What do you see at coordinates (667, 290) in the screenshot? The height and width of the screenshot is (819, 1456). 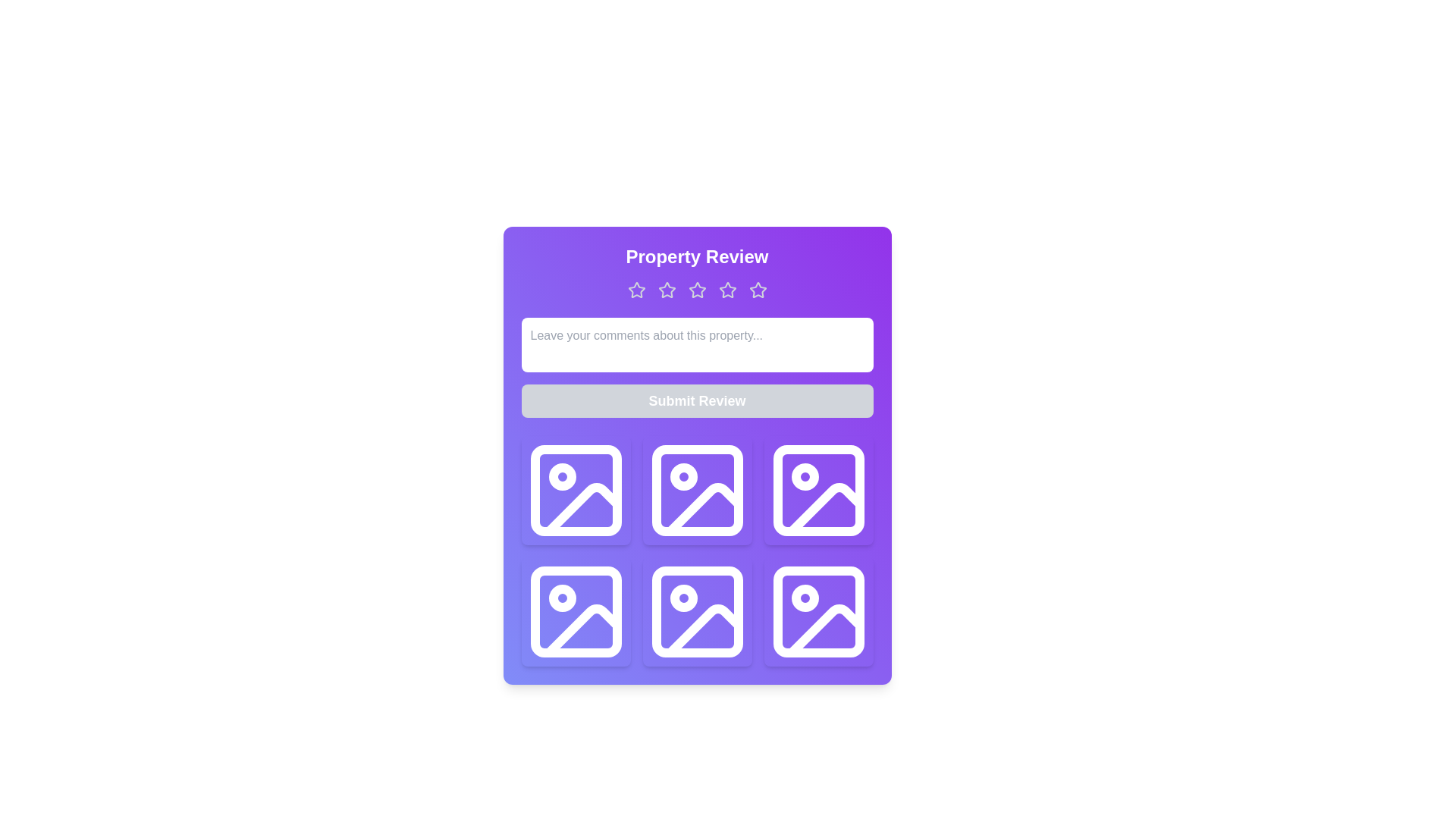 I see `the rating to 2 stars by clicking on the corresponding star` at bounding box center [667, 290].